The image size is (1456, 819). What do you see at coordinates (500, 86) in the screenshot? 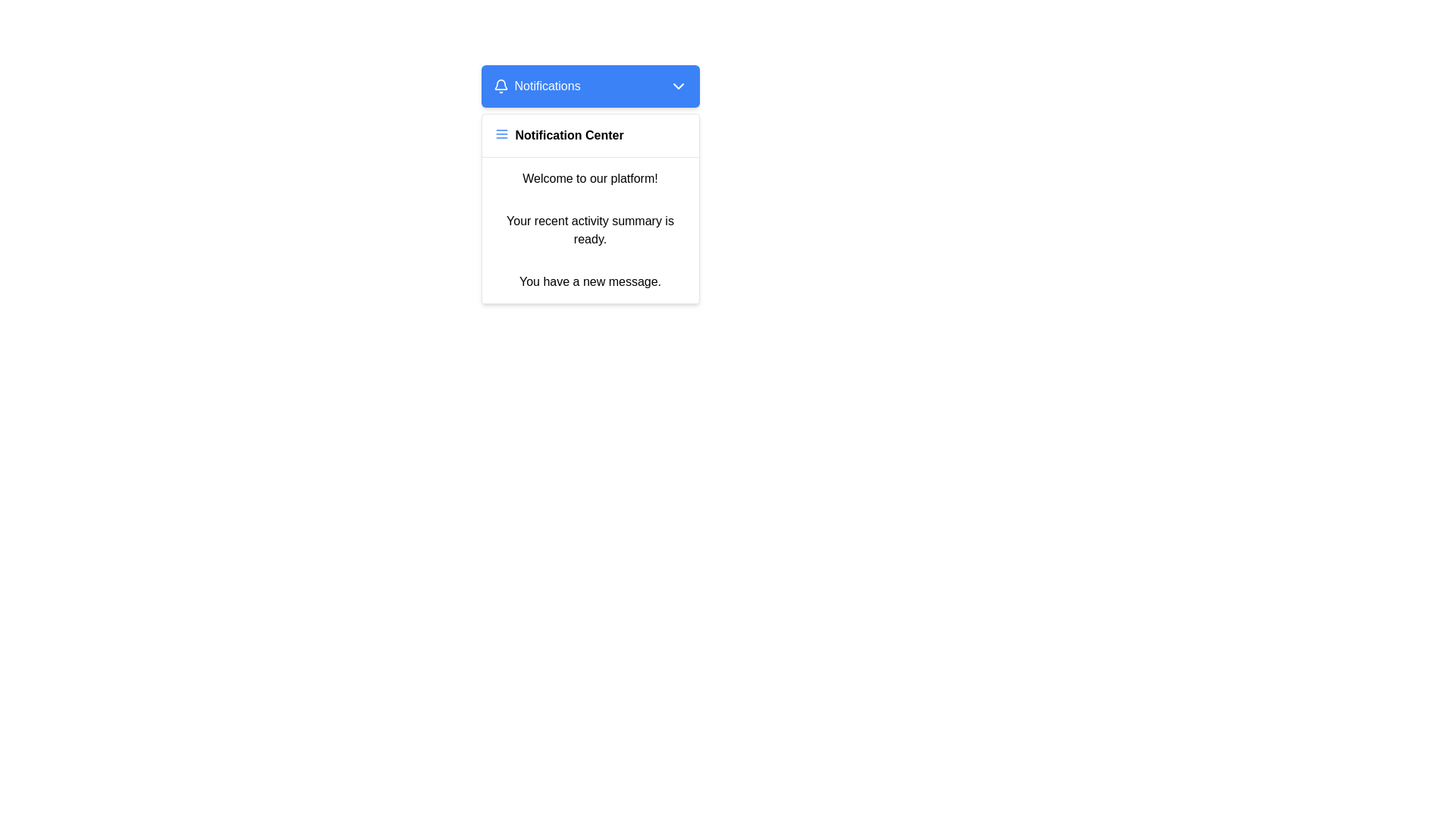
I see `the bell icon located in the top row of the 'Notifications' dropdown section, which is positioned to the left of the 'Notifications' text` at bounding box center [500, 86].